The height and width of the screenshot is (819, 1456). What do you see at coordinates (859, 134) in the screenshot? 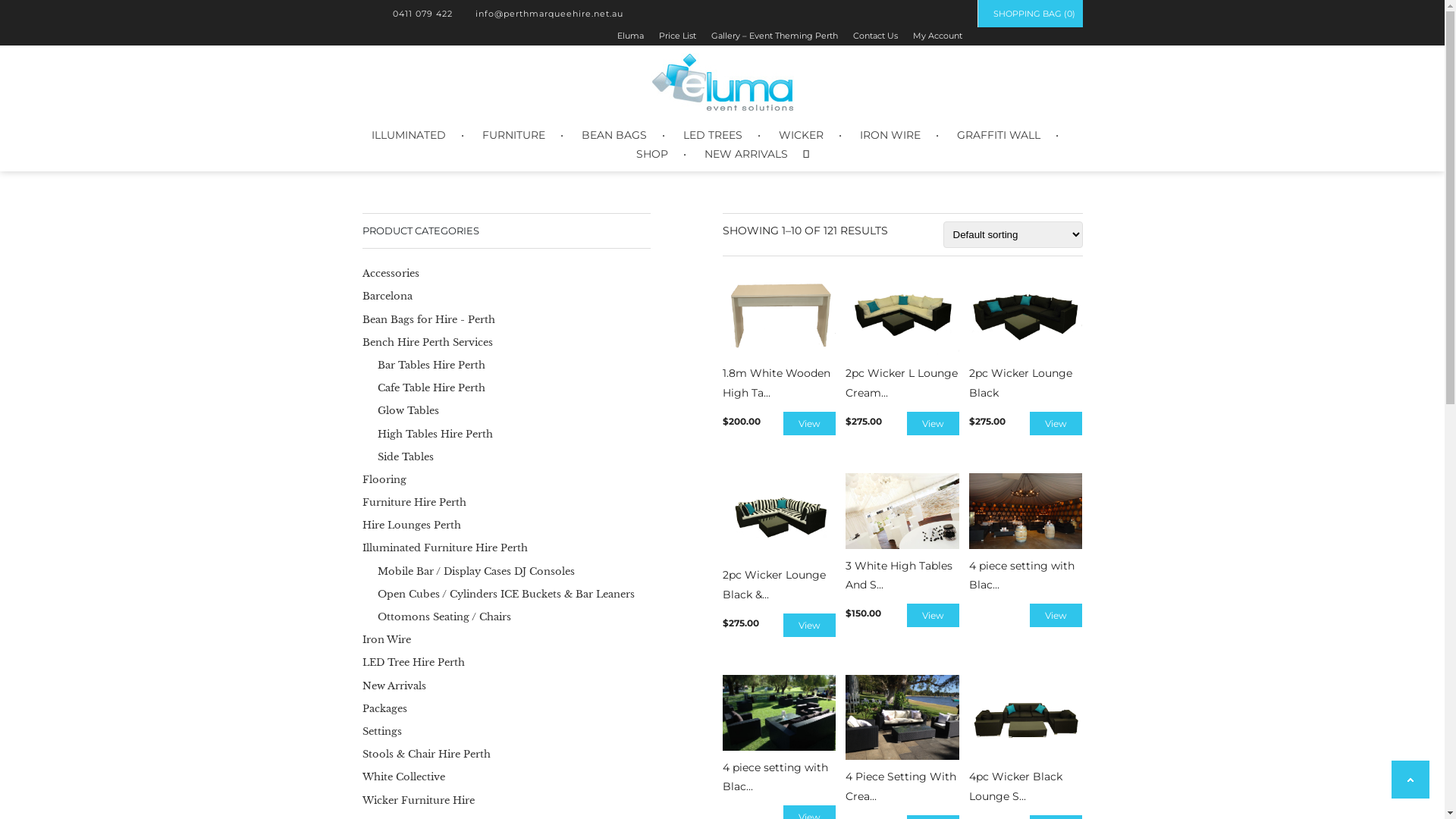
I see `'IRON WIRE'` at bounding box center [859, 134].